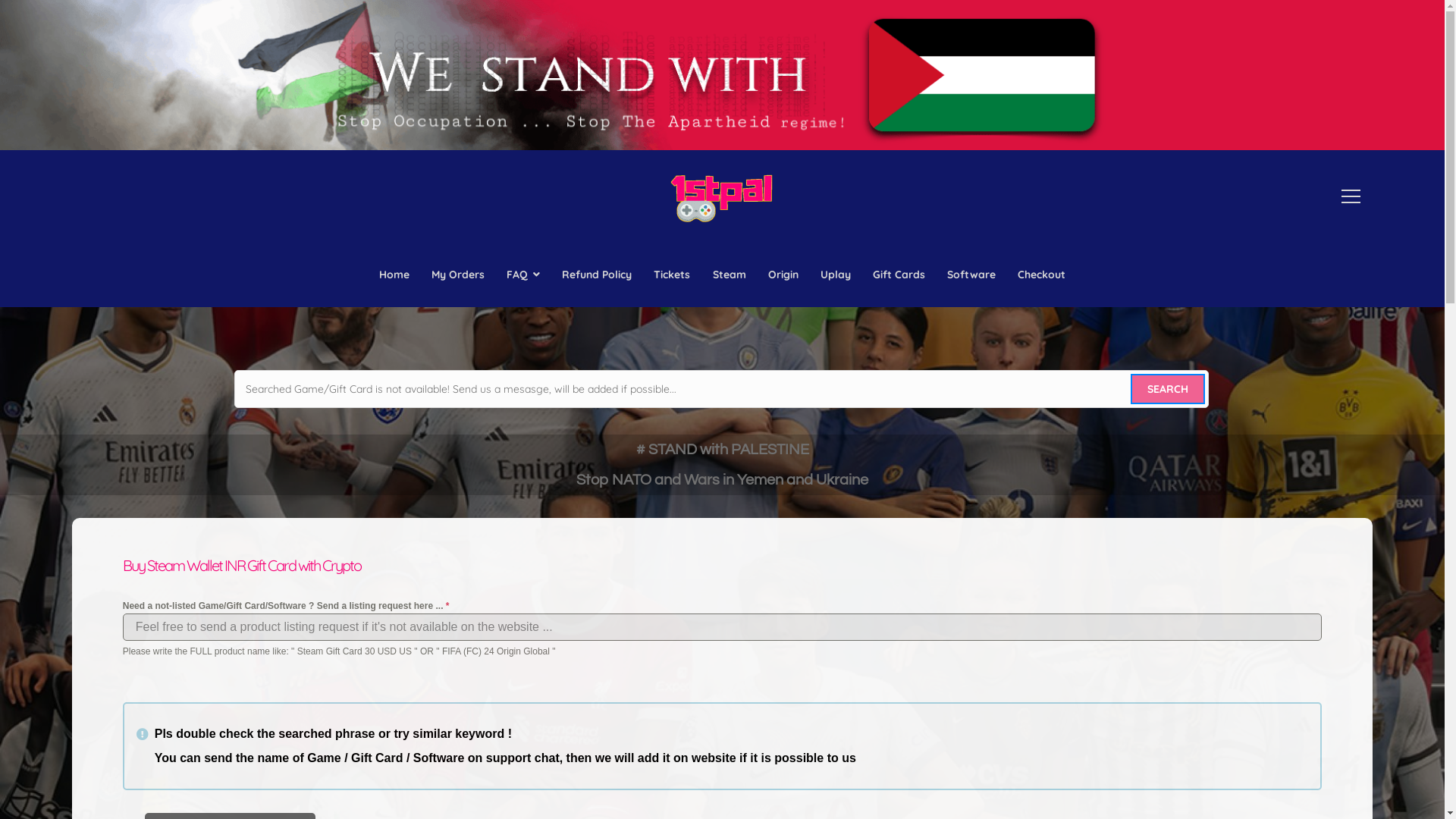  What do you see at coordinates (523, 275) in the screenshot?
I see `'FAQ'` at bounding box center [523, 275].